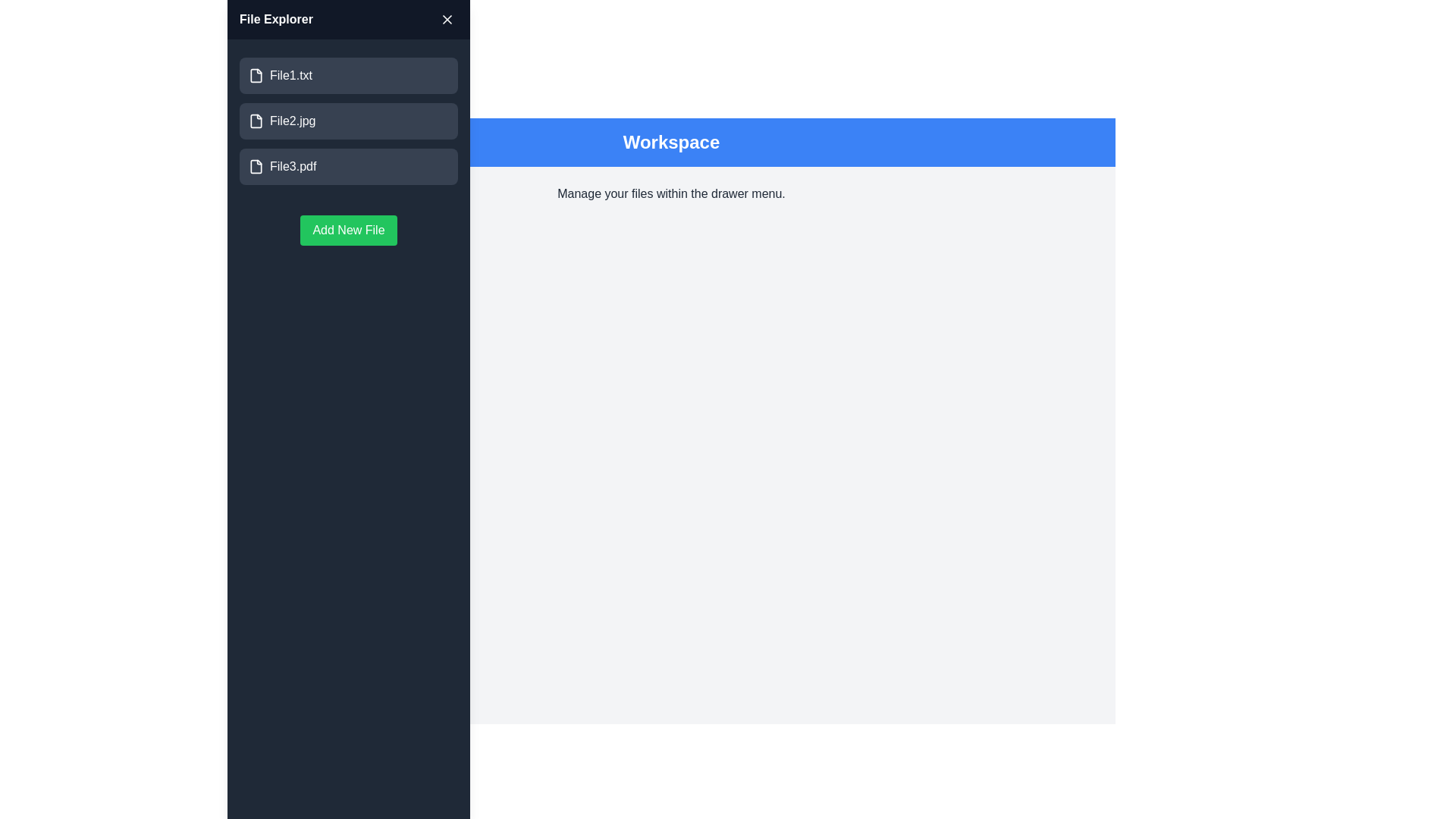 The width and height of the screenshot is (1456, 819). What do you see at coordinates (447, 20) in the screenshot?
I see `the close button to toggle the drawer's visibility` at bounding box center [447, 20].